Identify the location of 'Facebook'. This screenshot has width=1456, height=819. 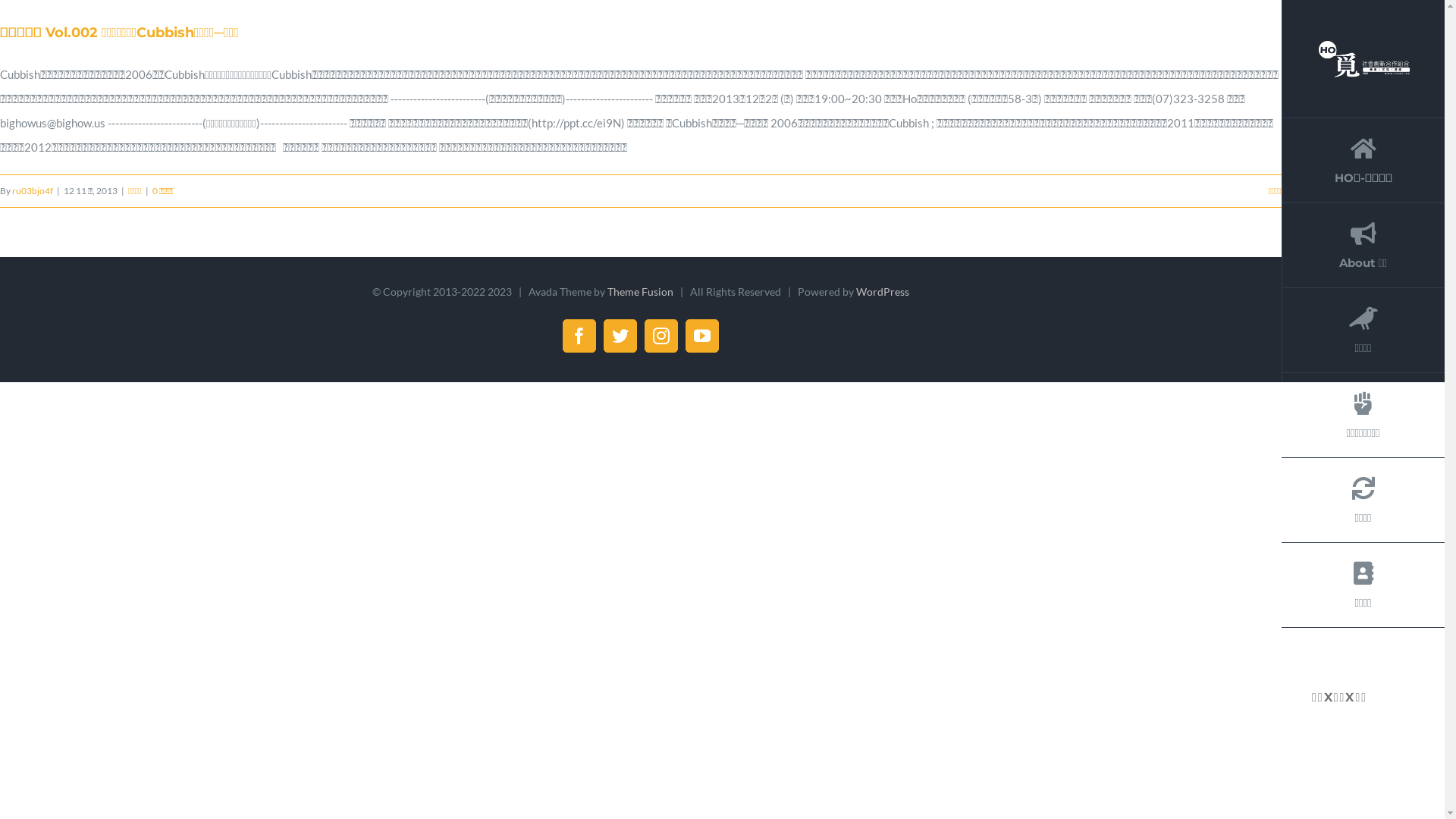
(578, 335).